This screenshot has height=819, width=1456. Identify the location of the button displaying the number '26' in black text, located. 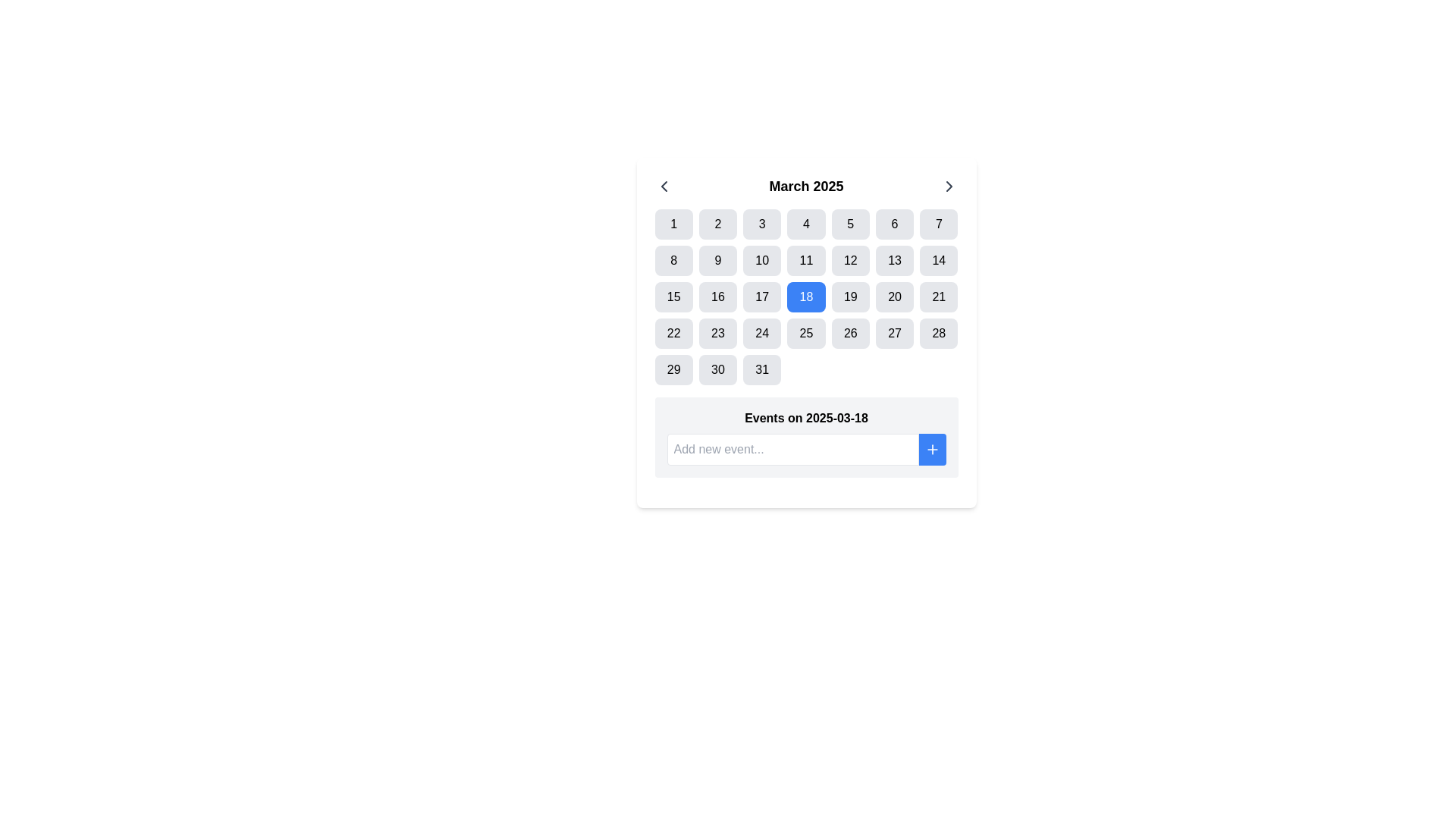
(850, 332).